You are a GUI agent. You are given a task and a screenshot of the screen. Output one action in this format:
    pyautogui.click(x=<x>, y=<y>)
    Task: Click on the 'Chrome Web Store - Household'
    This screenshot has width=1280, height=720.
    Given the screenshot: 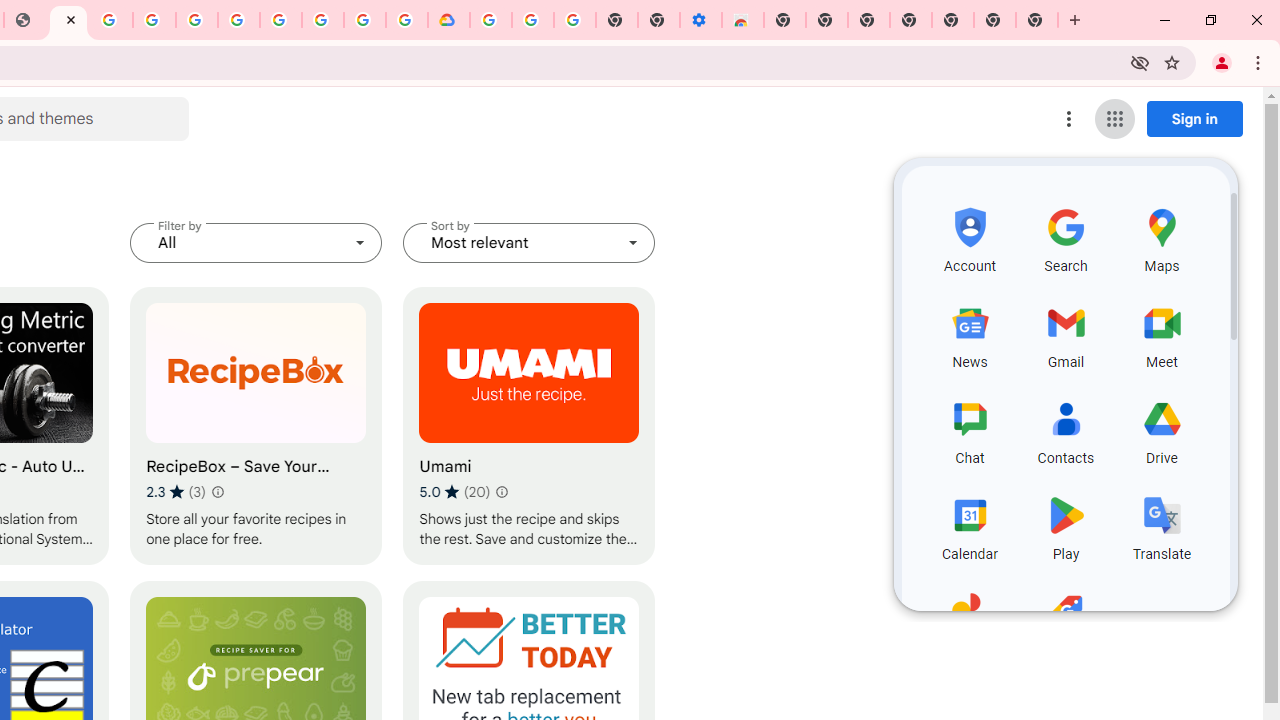 What is the action you would take?
    pyautogui.click(x=68, y=20)
    